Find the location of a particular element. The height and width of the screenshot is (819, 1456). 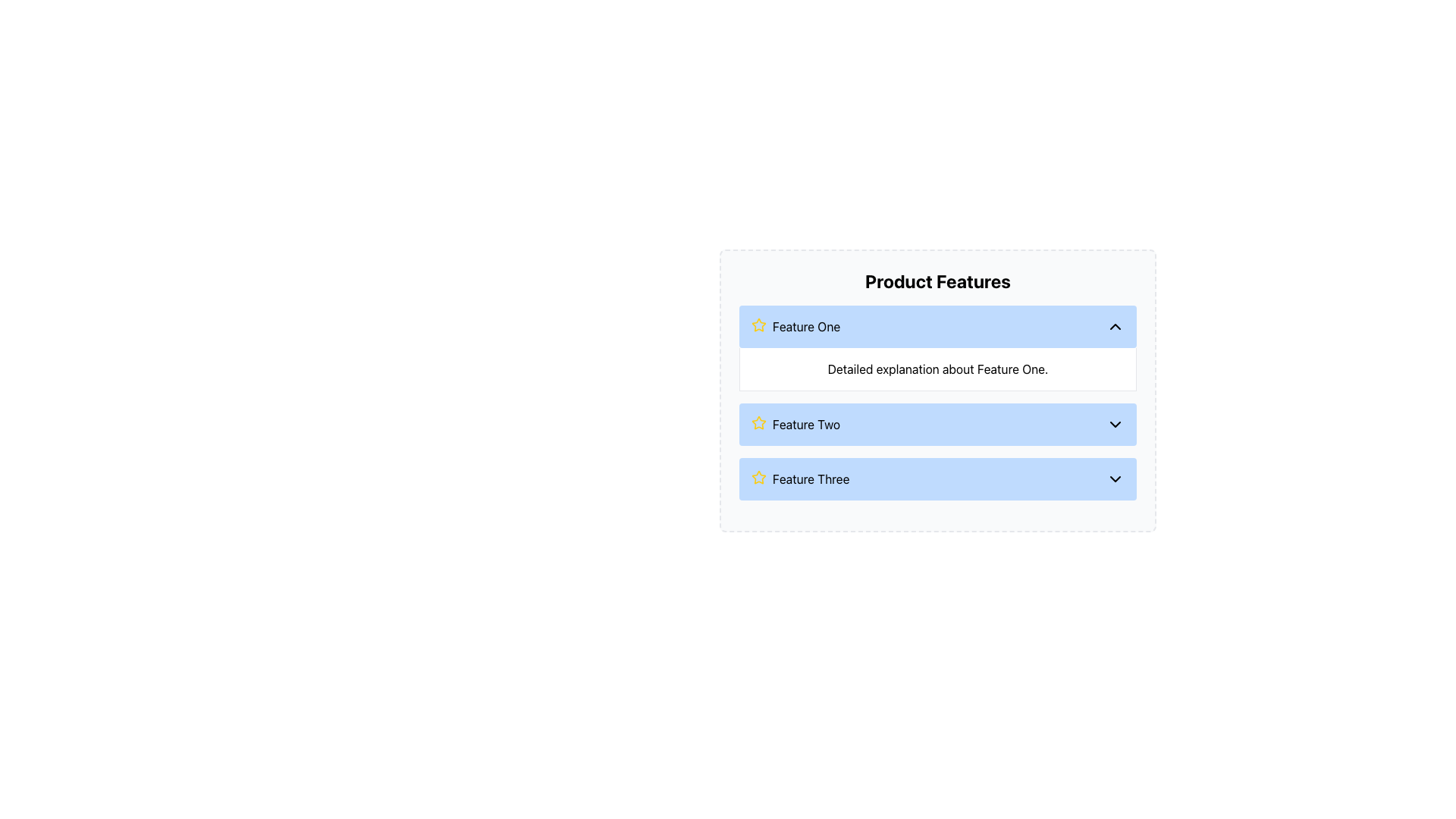

the bold, large header displaying the text 'Product Features', which is centrally aligned and located above the list of features is located at coordinates (937, 281).